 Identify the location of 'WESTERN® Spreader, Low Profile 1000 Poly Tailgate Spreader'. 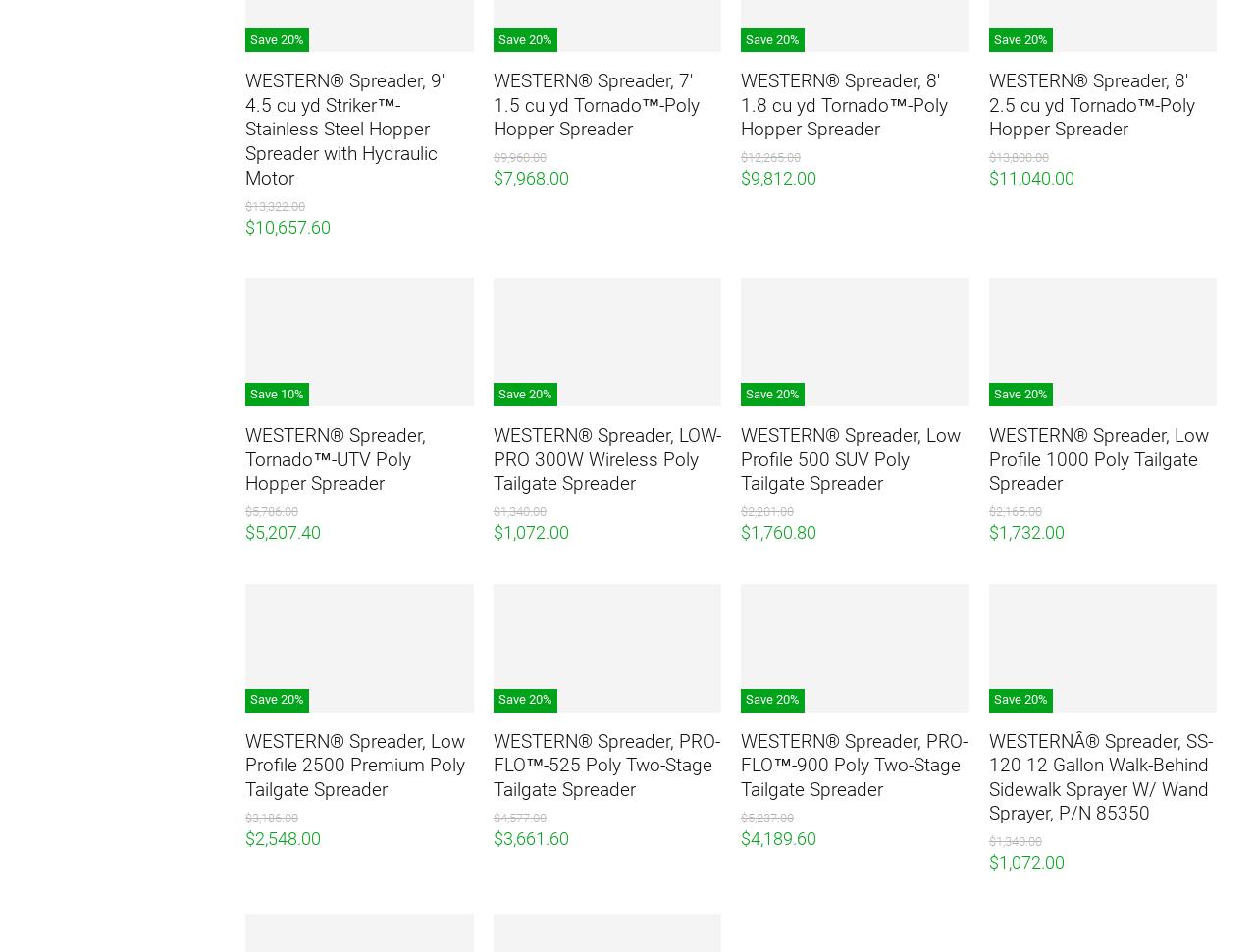
(1096, 458).